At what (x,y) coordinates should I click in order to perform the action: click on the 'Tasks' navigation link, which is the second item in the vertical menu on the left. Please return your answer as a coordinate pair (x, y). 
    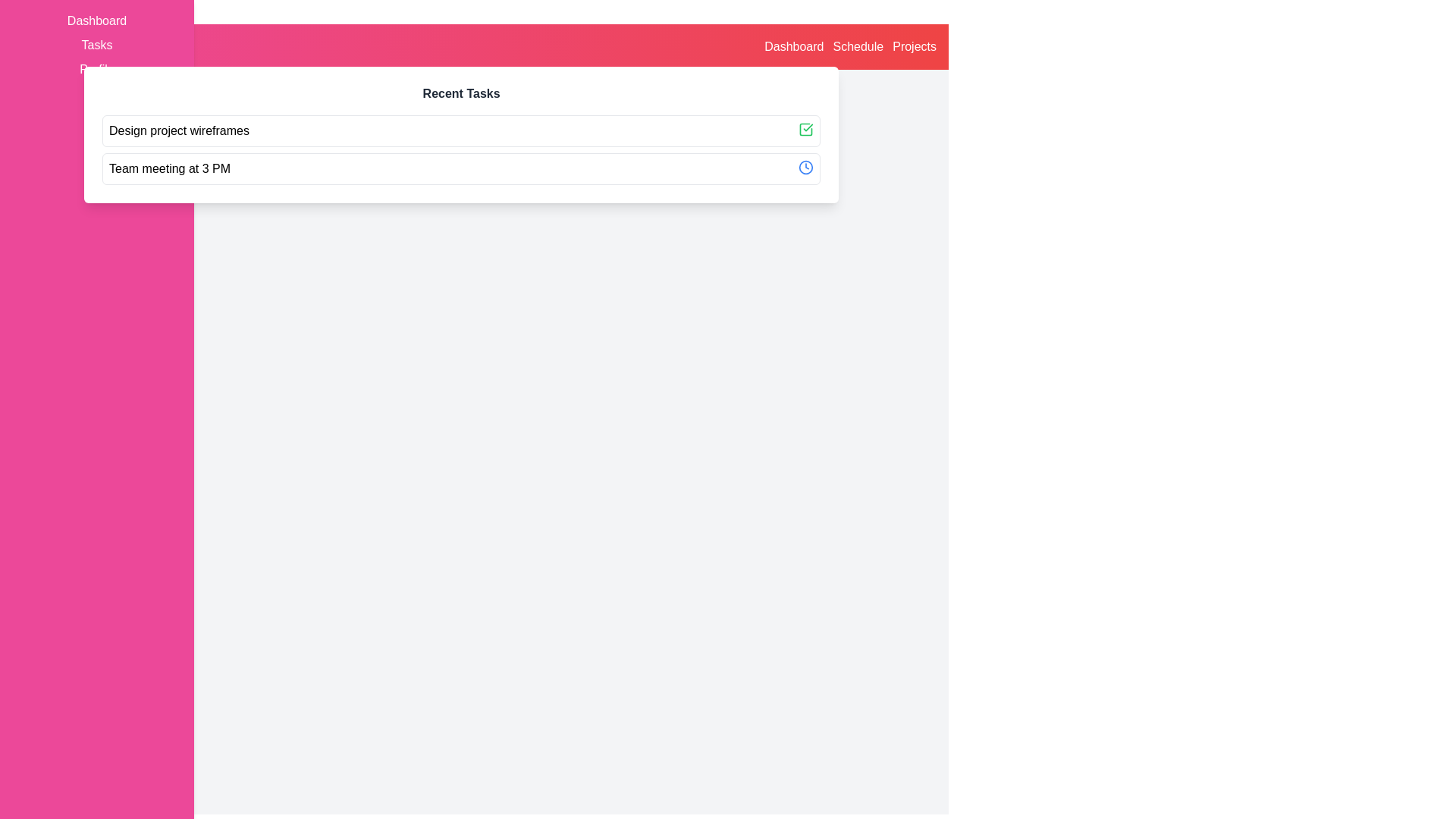
    Looking at the image, I should click on (96, 45).